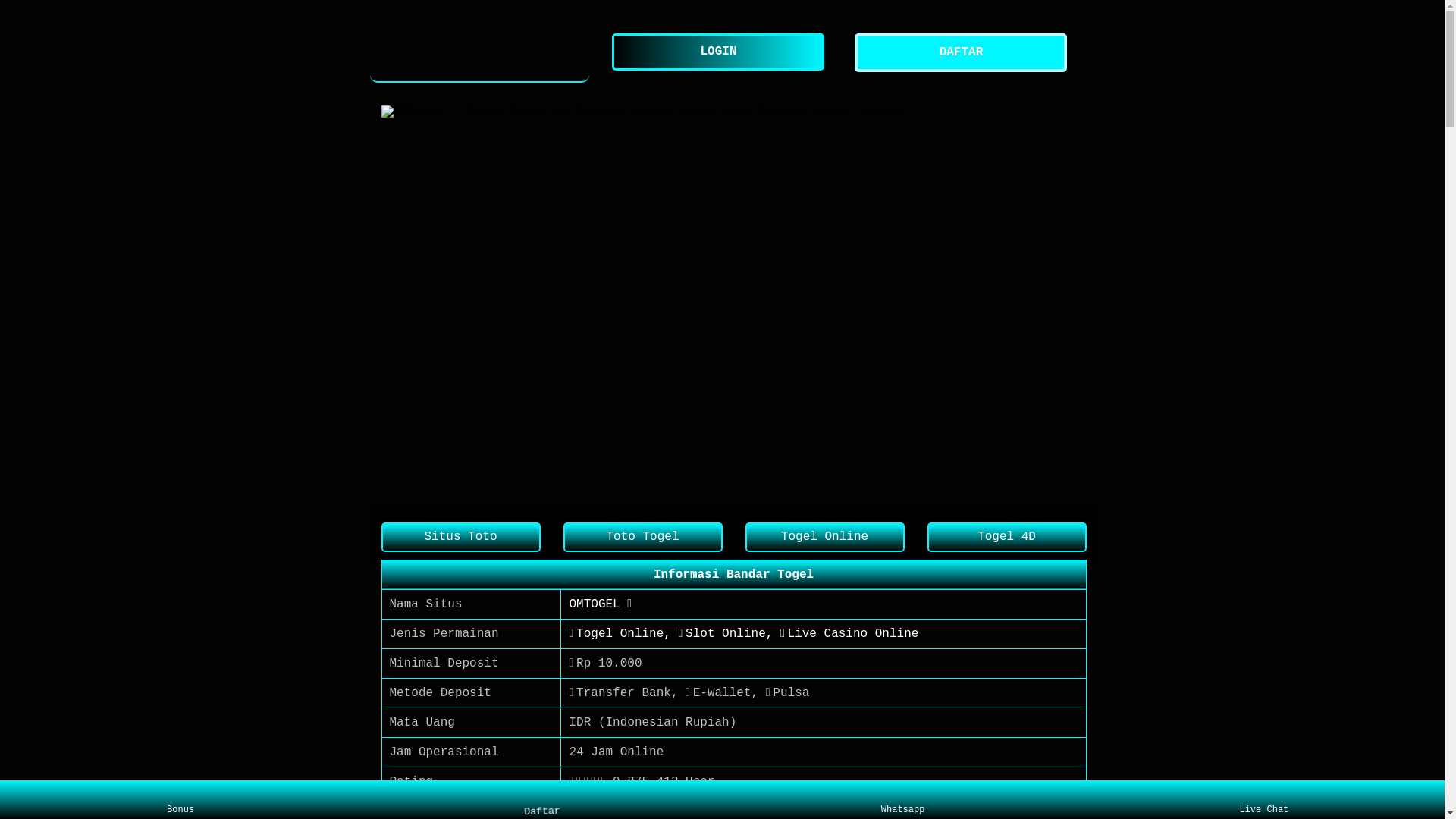 This screenshot has width=1456, height=819. What do you see at coordinates (902, 799) in the screenshot?
I see `'Whatsapp'` at bounding box center [902, 799].